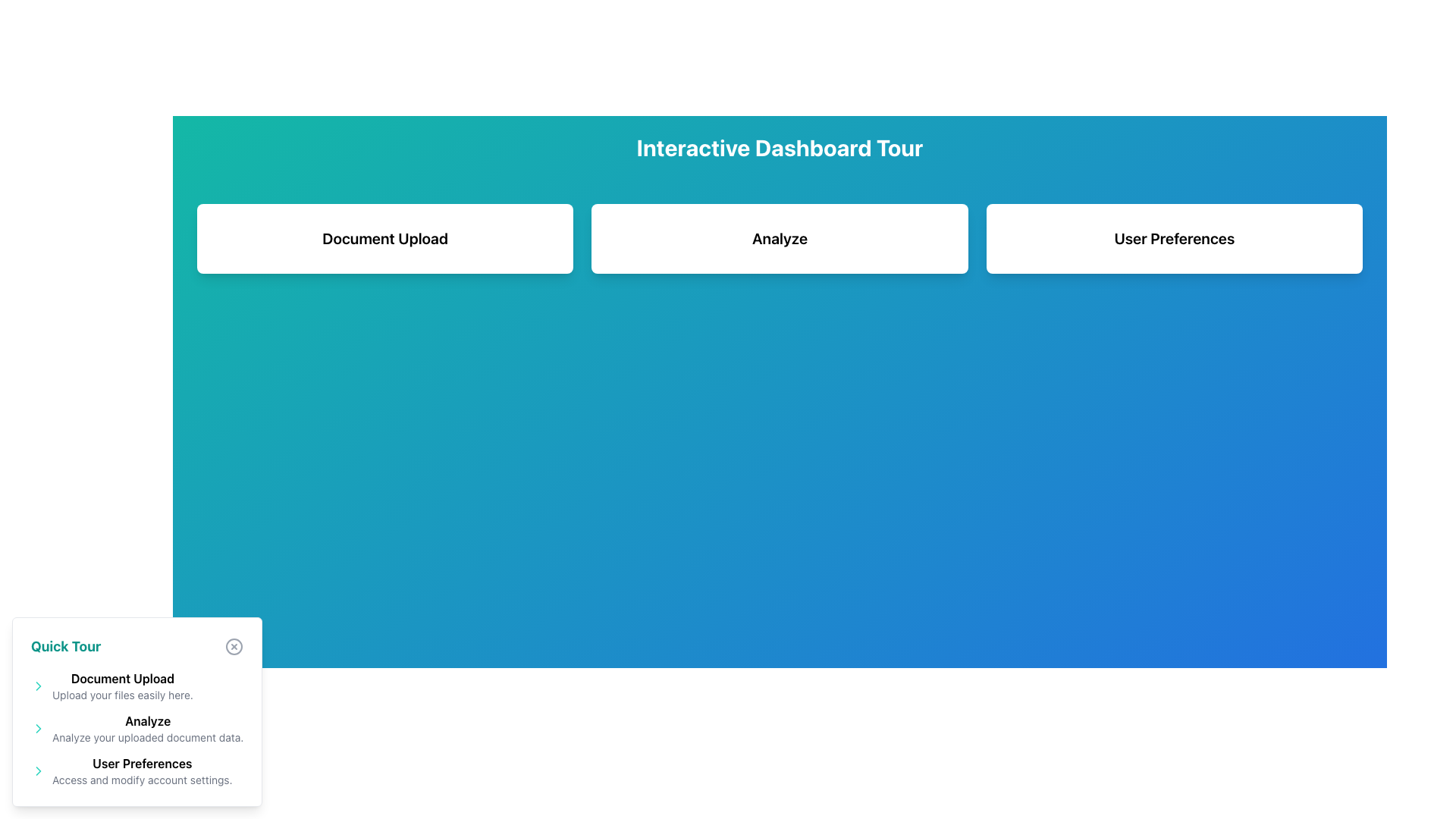  Describe the element at coordinates (137, 771) in the screenshot. I see `the teal-colored chevron arrow on the 'User Preferences' list item` at that location.